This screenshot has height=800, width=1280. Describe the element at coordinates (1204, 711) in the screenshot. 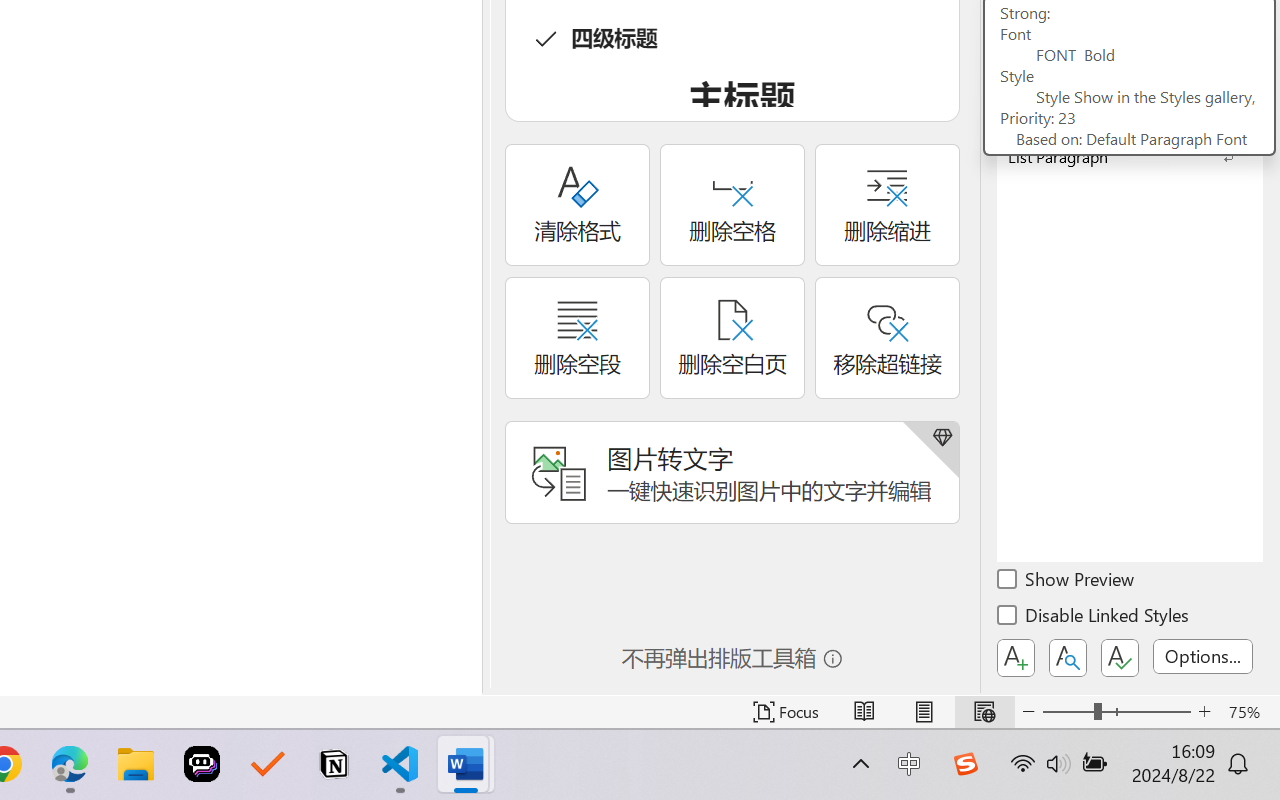

I see `'Zoom In'` at that location.